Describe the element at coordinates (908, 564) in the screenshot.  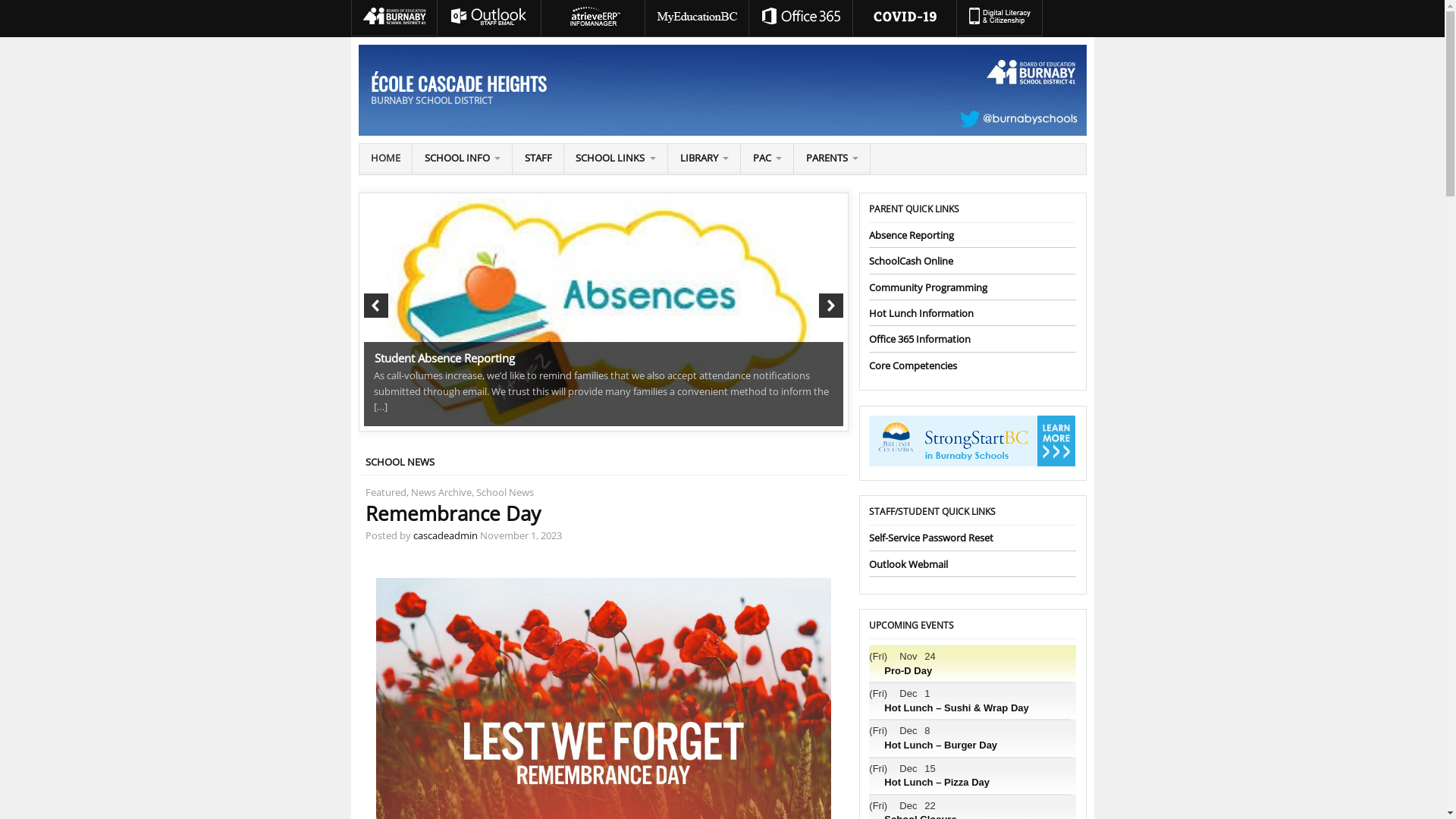
I see `'Outlook Webmail'` at that location.